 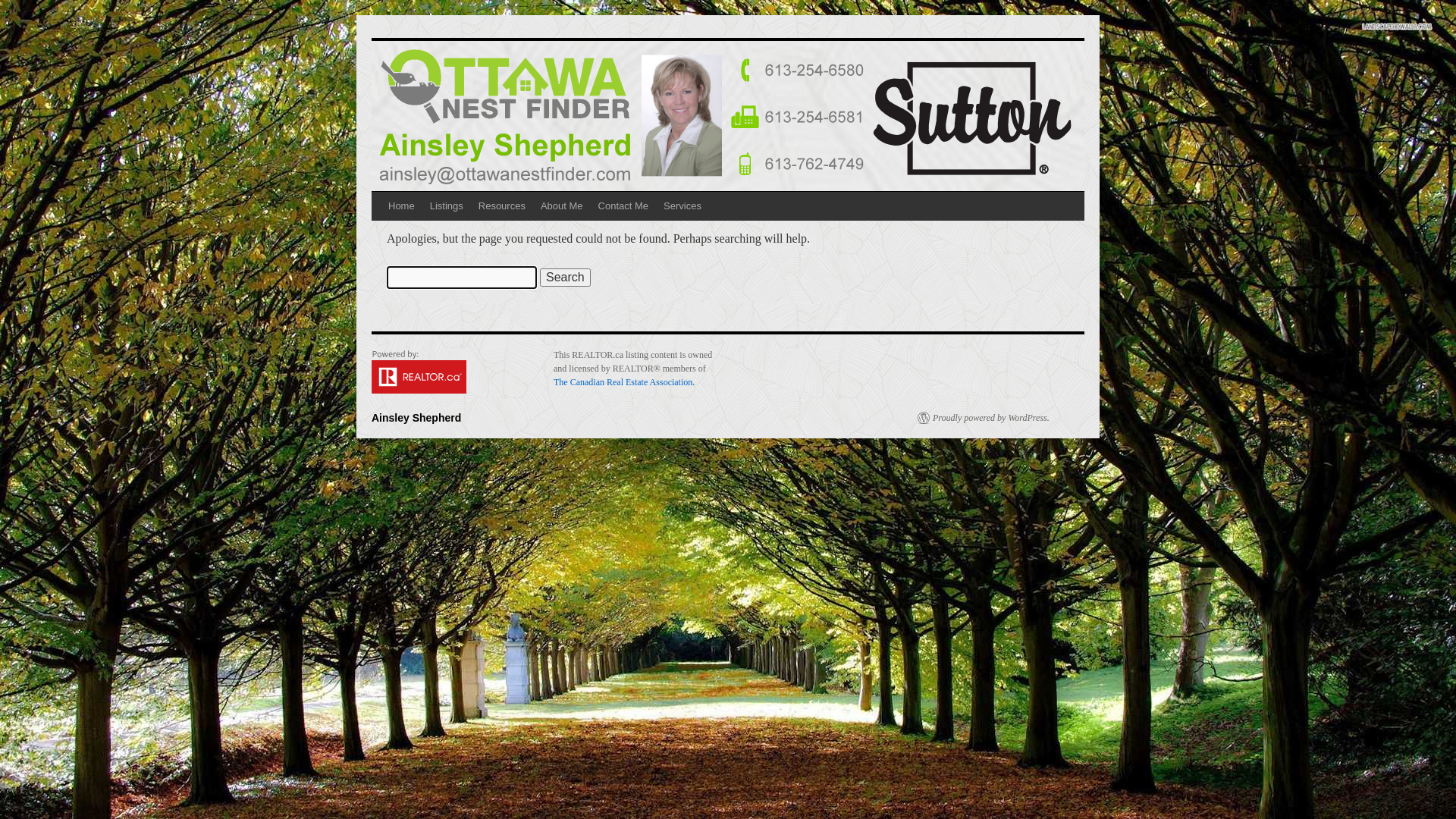 What do you see at coordinates (401, 206) in the screenshot?
I see `'Home'` at bounding box center [401, 206].